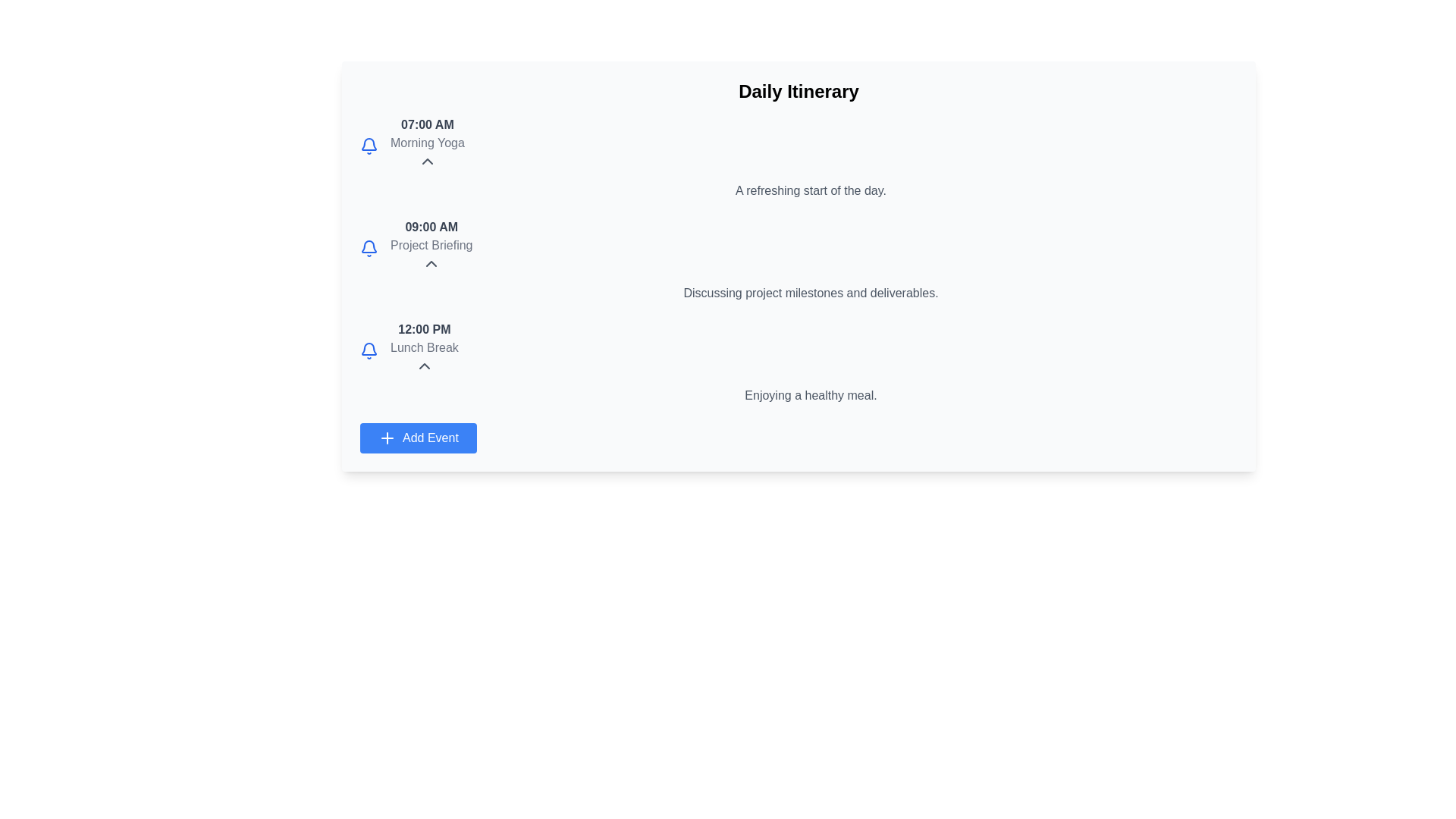 The image size is (1456, 819). I want to click on the icon located at the beginning of the 'Add Event' button, which is positioned to the left of the text 'Add Event', so click(387, 438).